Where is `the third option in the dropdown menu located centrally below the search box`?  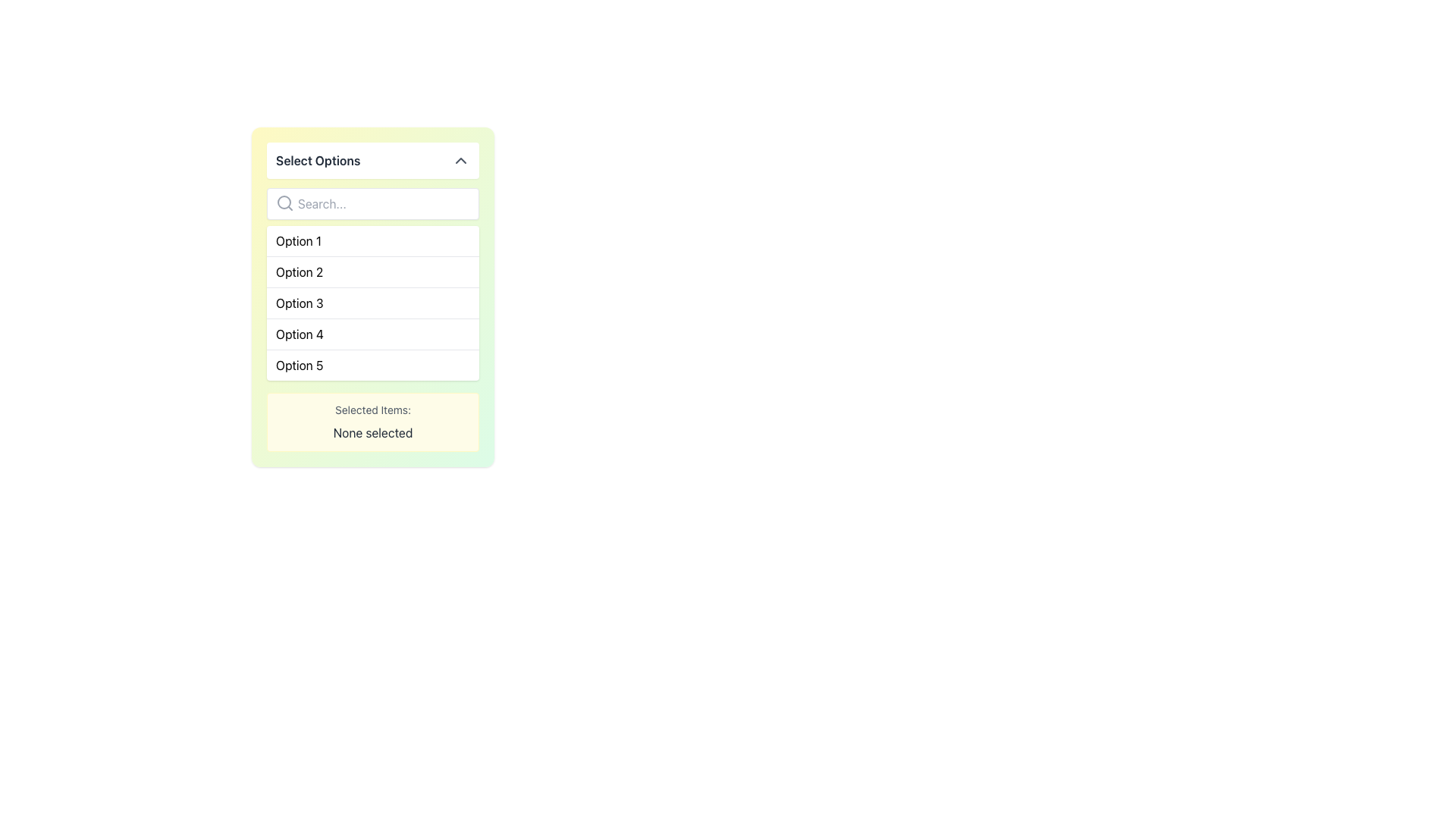
the third option in the dropdown menu located centrally below the search box is located at coordinates (372, 303).